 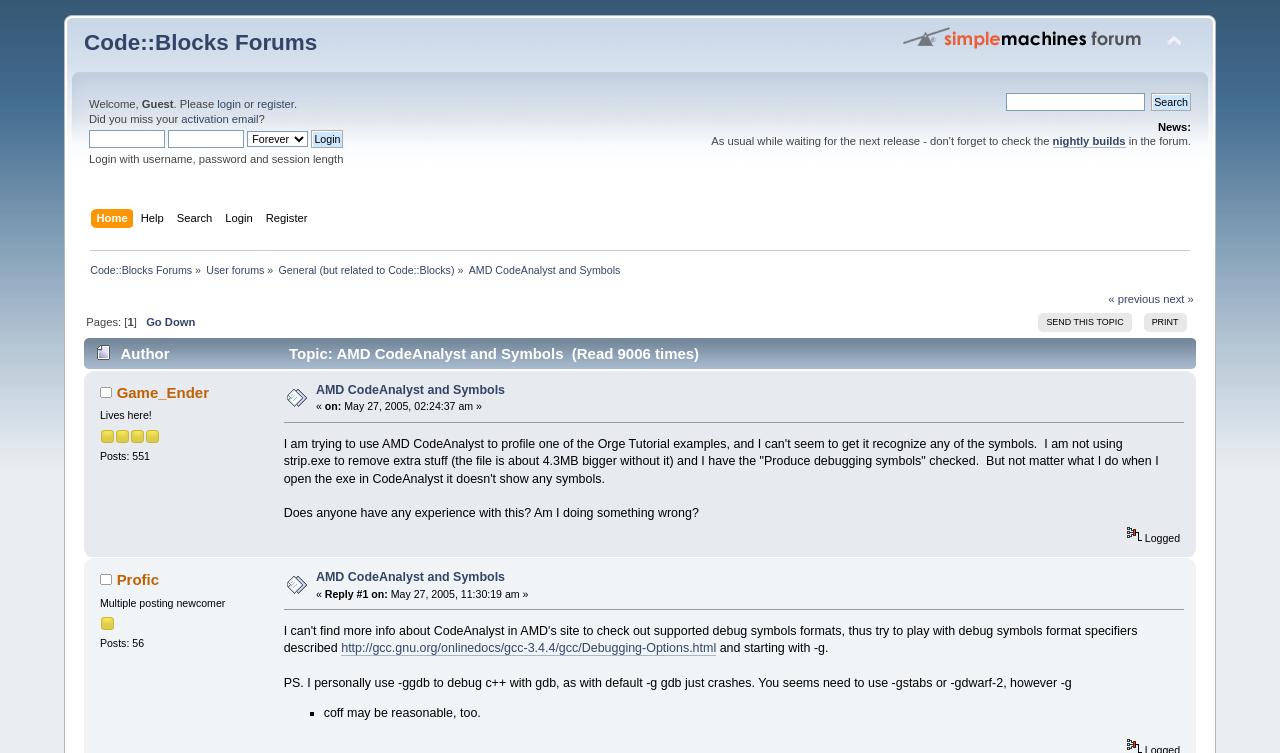 What do you see at coordinates (134, 117) in the screenshot?
I see `'Did you miss your'` at bounding box center [134, 117].